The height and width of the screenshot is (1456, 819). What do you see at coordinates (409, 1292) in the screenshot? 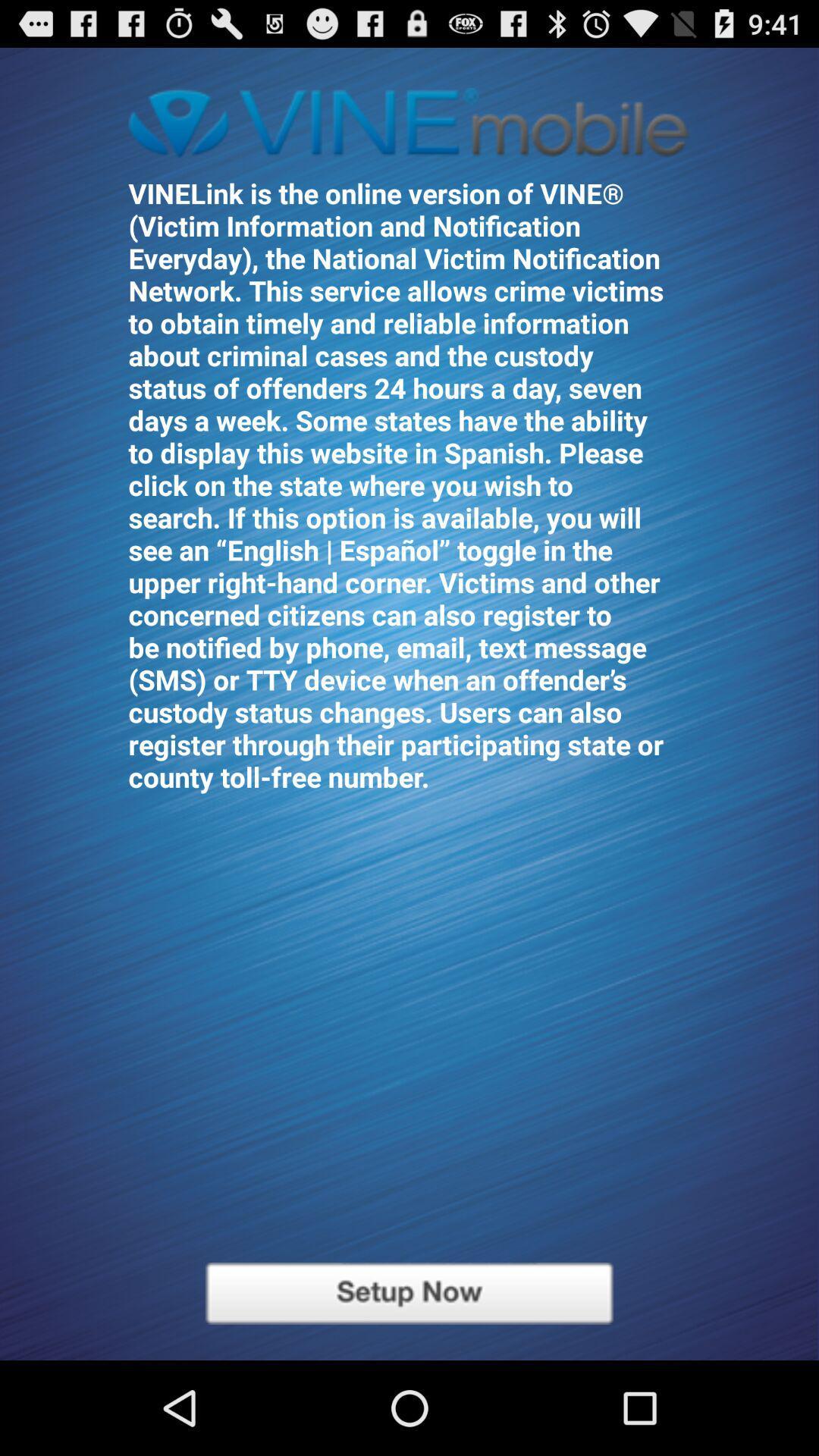
I see `item below the vinelink is the icon` at bounding box center [409, 1292].